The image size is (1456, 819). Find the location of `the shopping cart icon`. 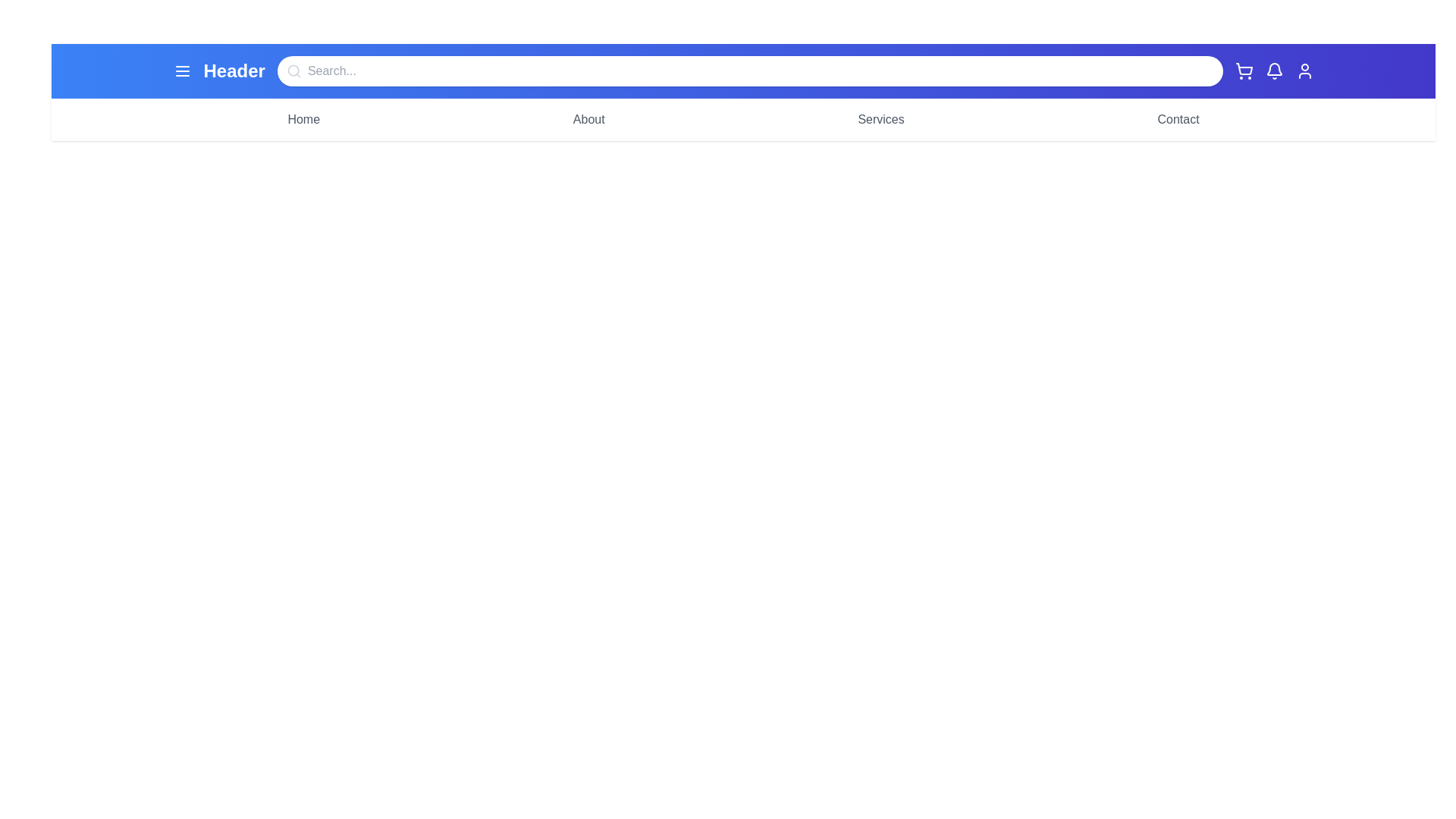

the shopping cart icon is located at coordinates (1244, 71).